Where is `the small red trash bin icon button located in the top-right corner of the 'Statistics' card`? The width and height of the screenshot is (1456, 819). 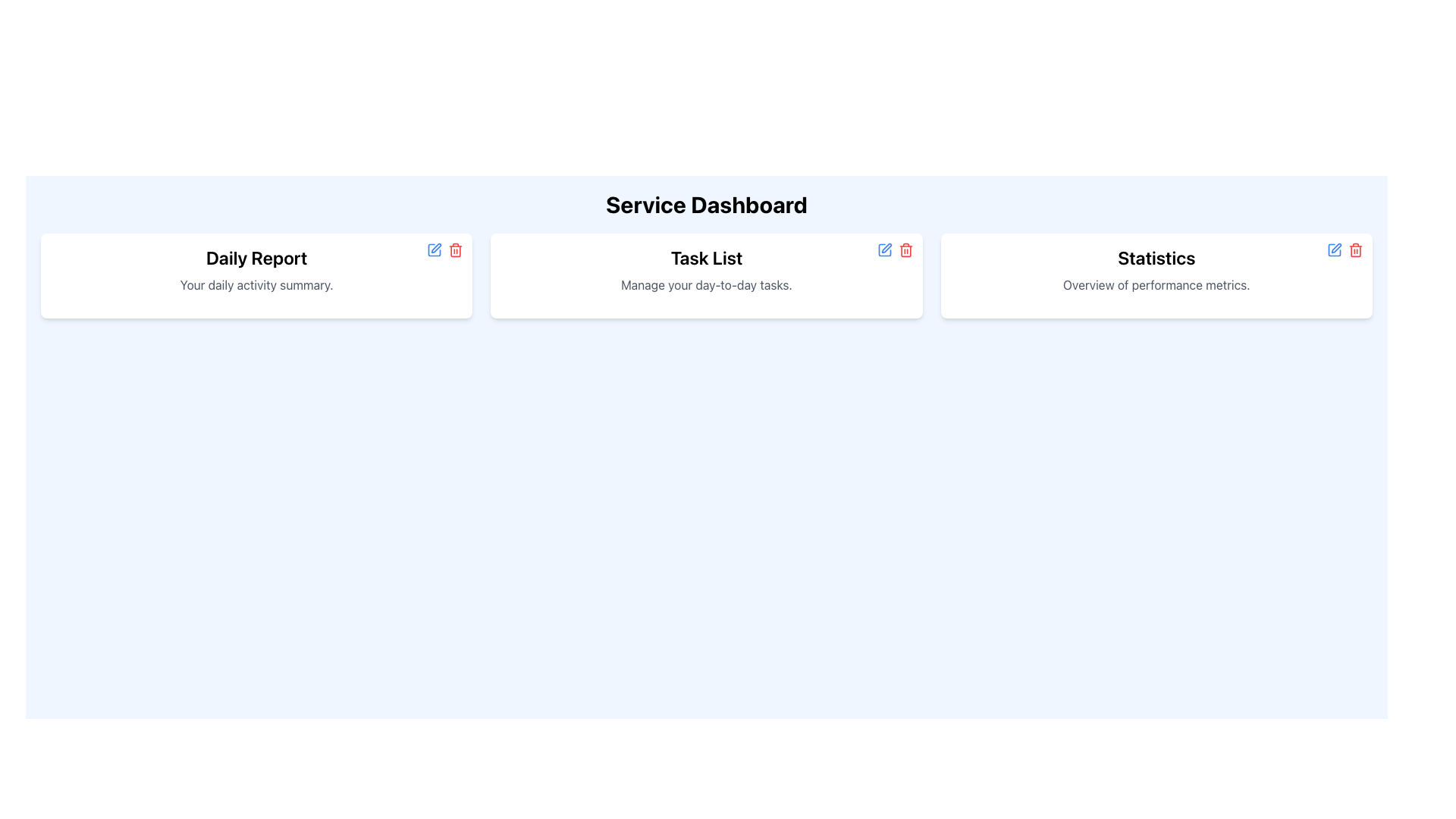
the small red trash bin icon button located in the top-right corner of the 'Statistics' card is located at coordinates (1345, 249).